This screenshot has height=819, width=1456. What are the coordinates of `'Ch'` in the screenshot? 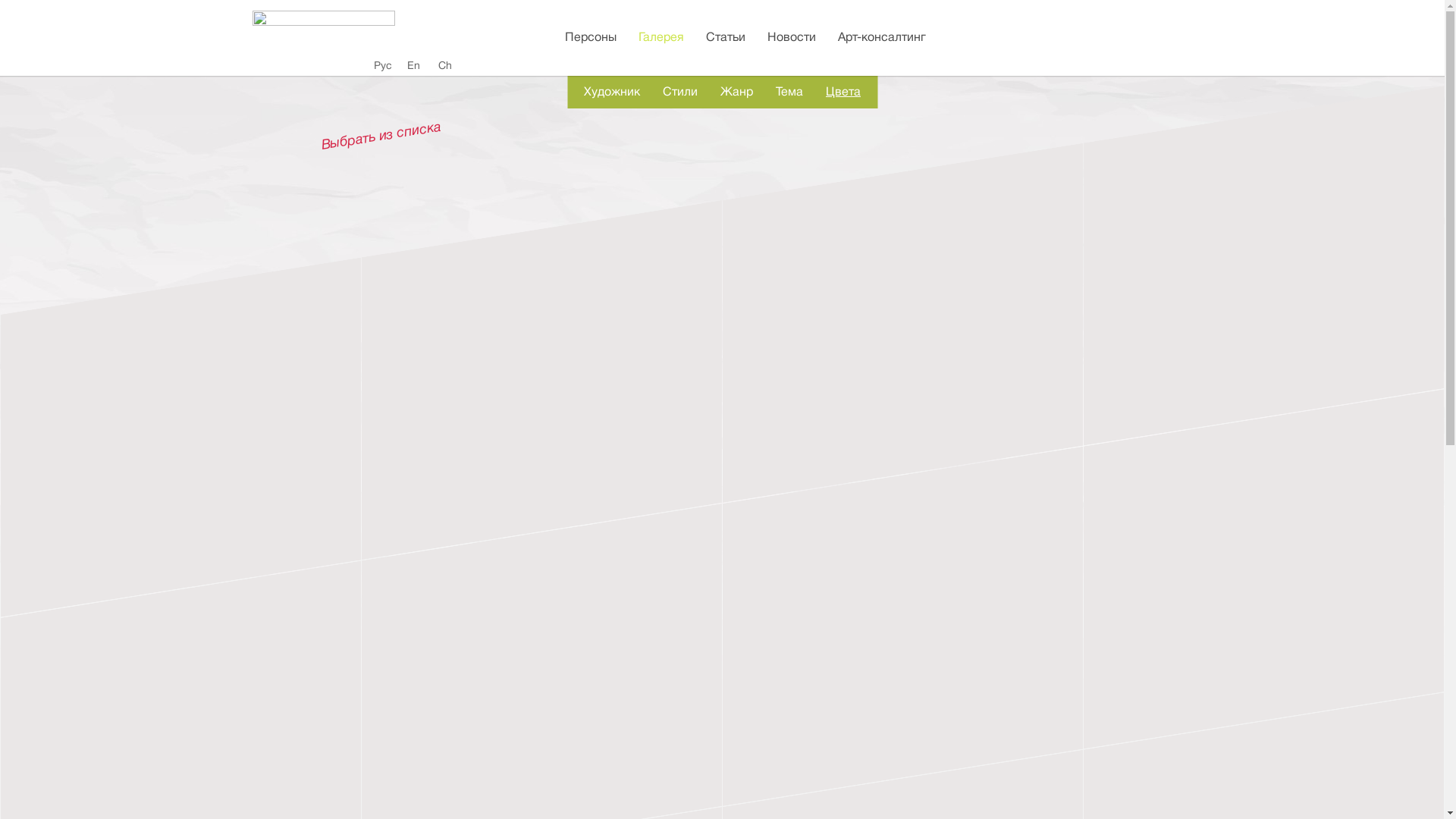 It's located at (431, 65).